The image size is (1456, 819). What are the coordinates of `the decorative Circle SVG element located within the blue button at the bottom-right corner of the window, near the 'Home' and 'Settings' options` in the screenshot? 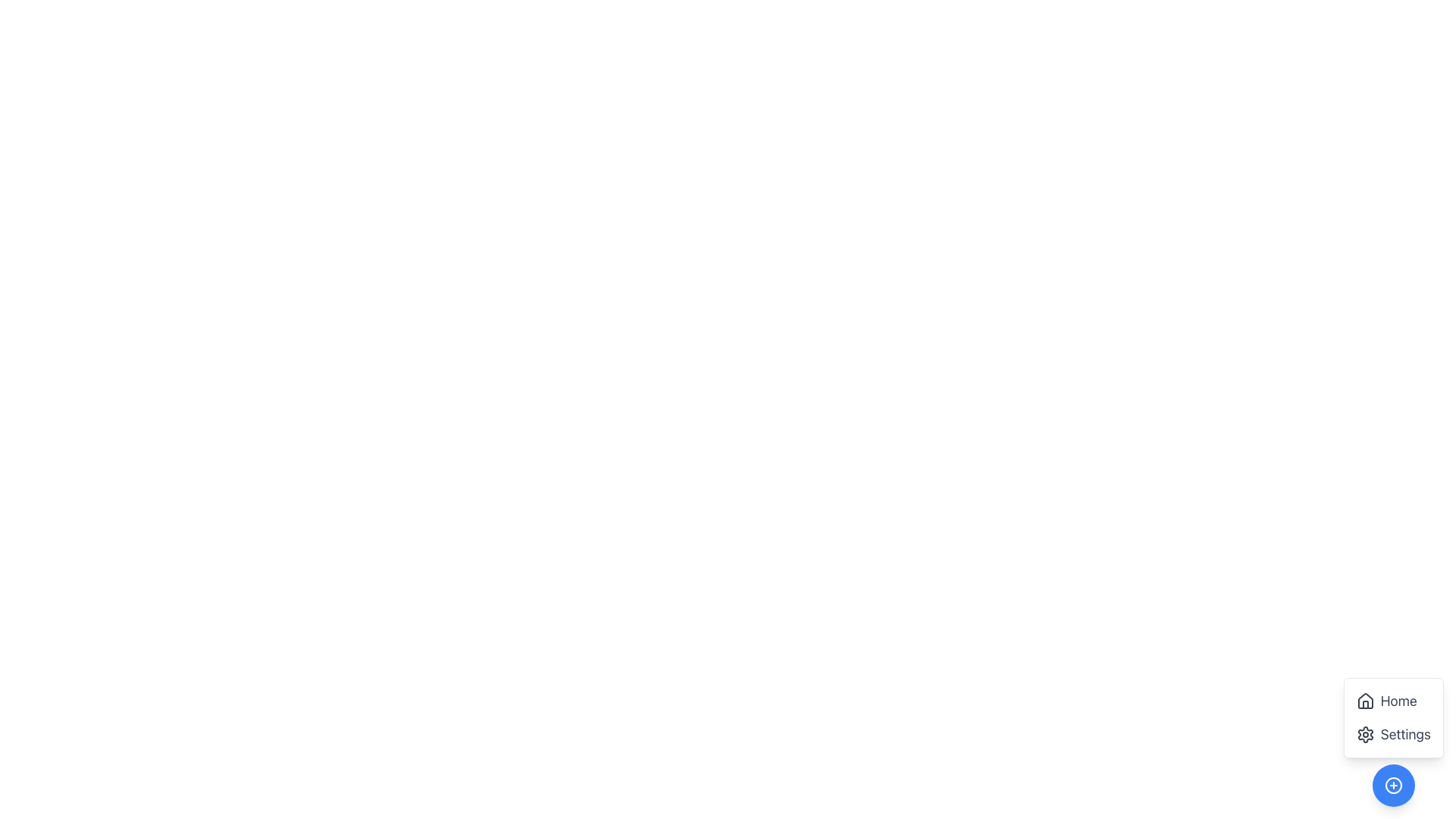 It's located at (1393, 785).